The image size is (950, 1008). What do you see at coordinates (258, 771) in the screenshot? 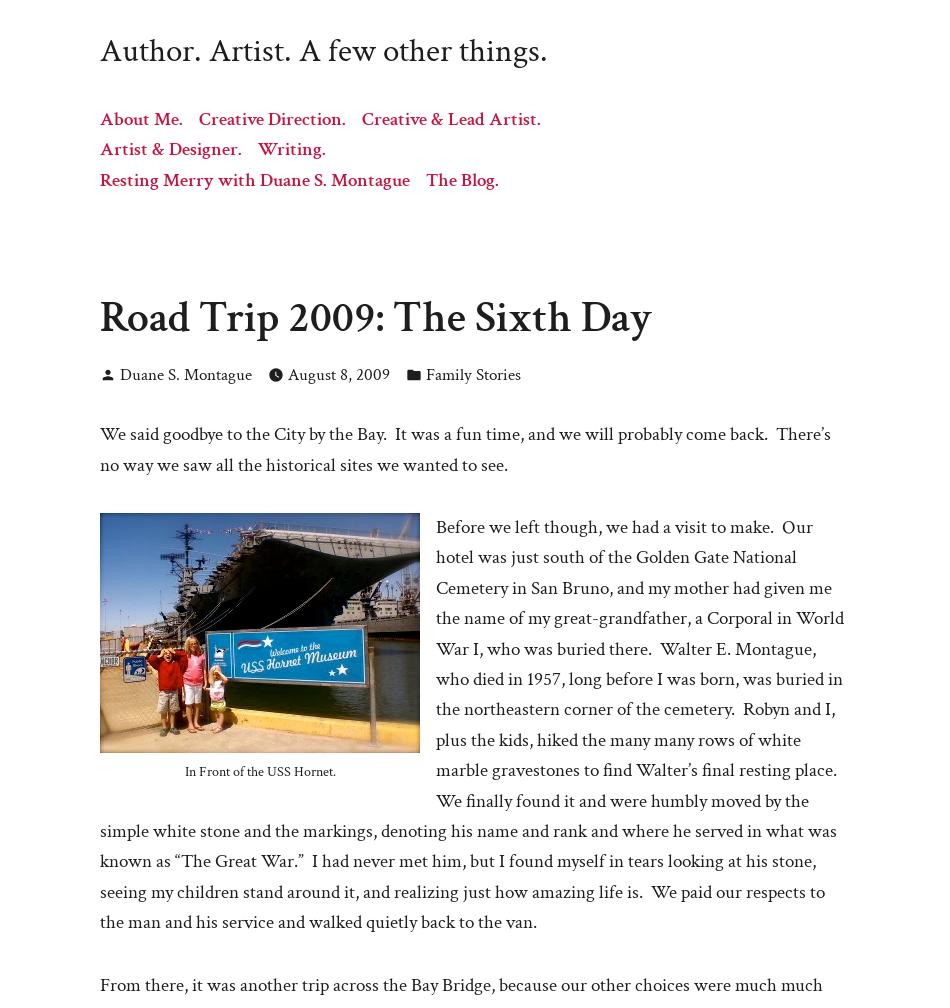
I see `'In Front of the USS Hornet.'` at bounding box center [258, 771].